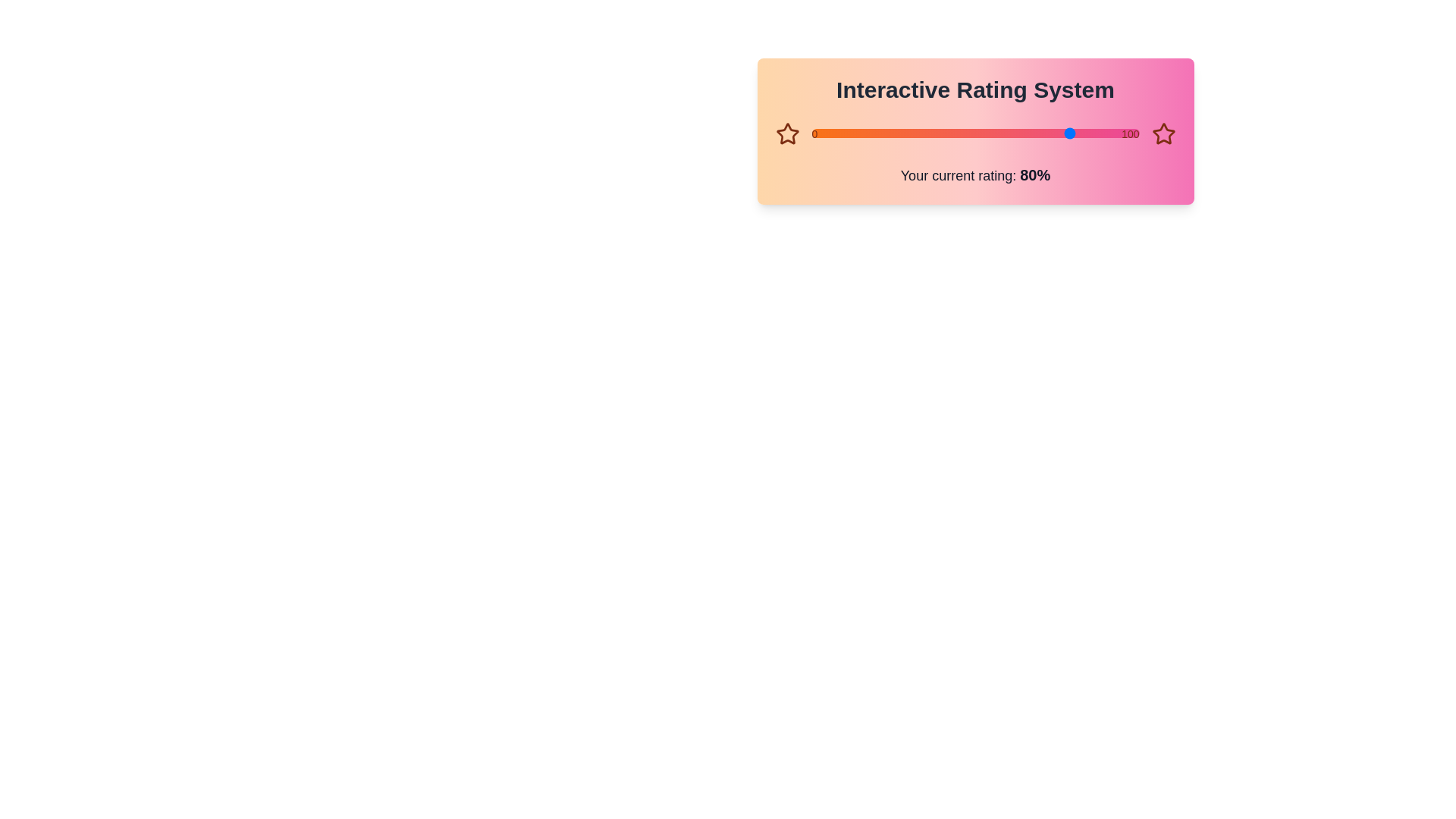  I want to click on the slider track to set the rating to 2%, so click(817, 133).